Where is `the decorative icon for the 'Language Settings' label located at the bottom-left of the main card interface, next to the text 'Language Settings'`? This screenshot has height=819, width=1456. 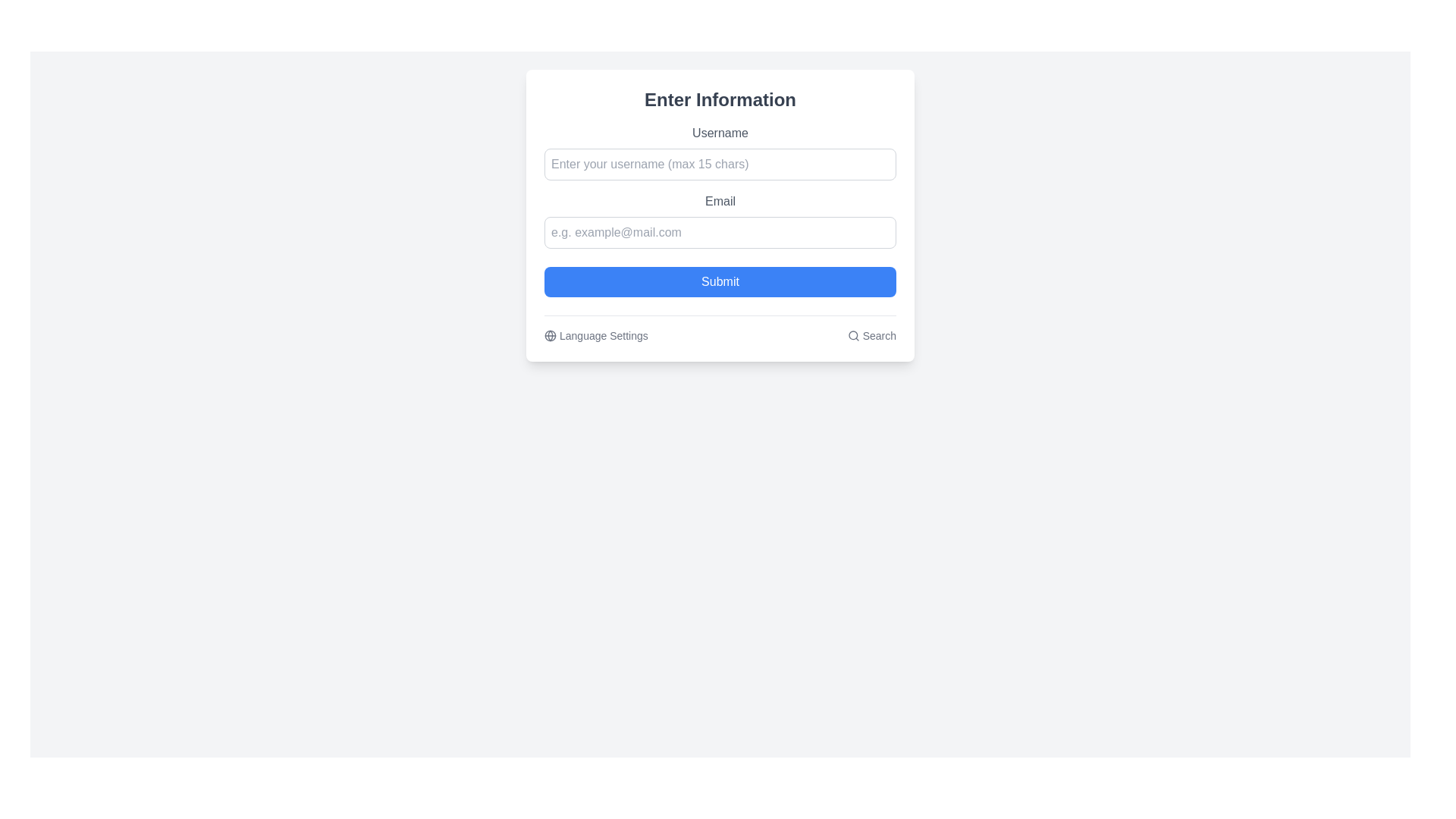
the decorative icon for the 'Language Settings' label located at the bottom-left of the main card interface, next to the text 'Language Settings' is located at coordinates (549, 335).